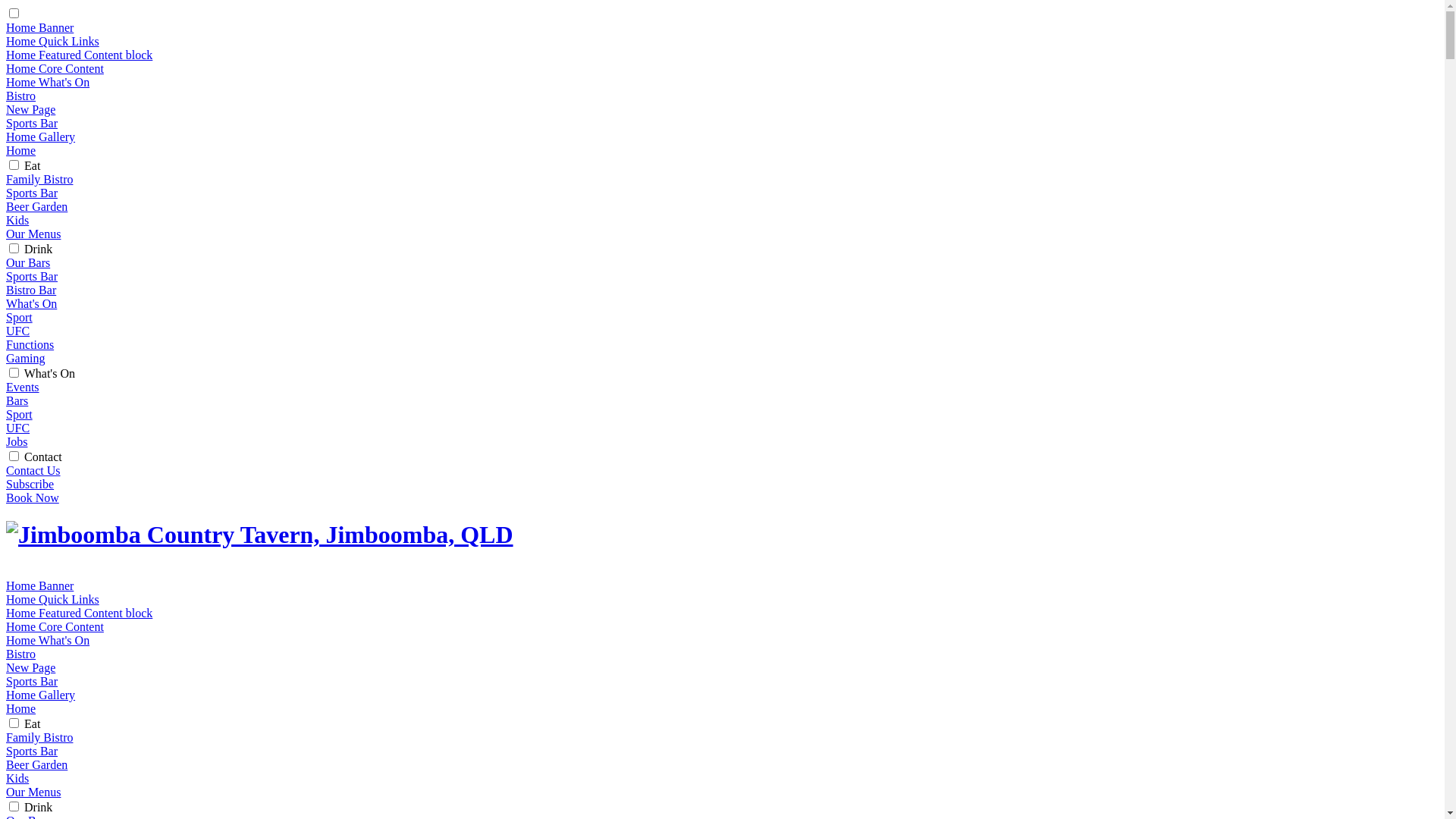 This screenshot has height=819, width=1456. What do you see at coordinates (78, 54) in the screenshot?
I see `'Home Featured Content block'` at bounding box center [78, 54].